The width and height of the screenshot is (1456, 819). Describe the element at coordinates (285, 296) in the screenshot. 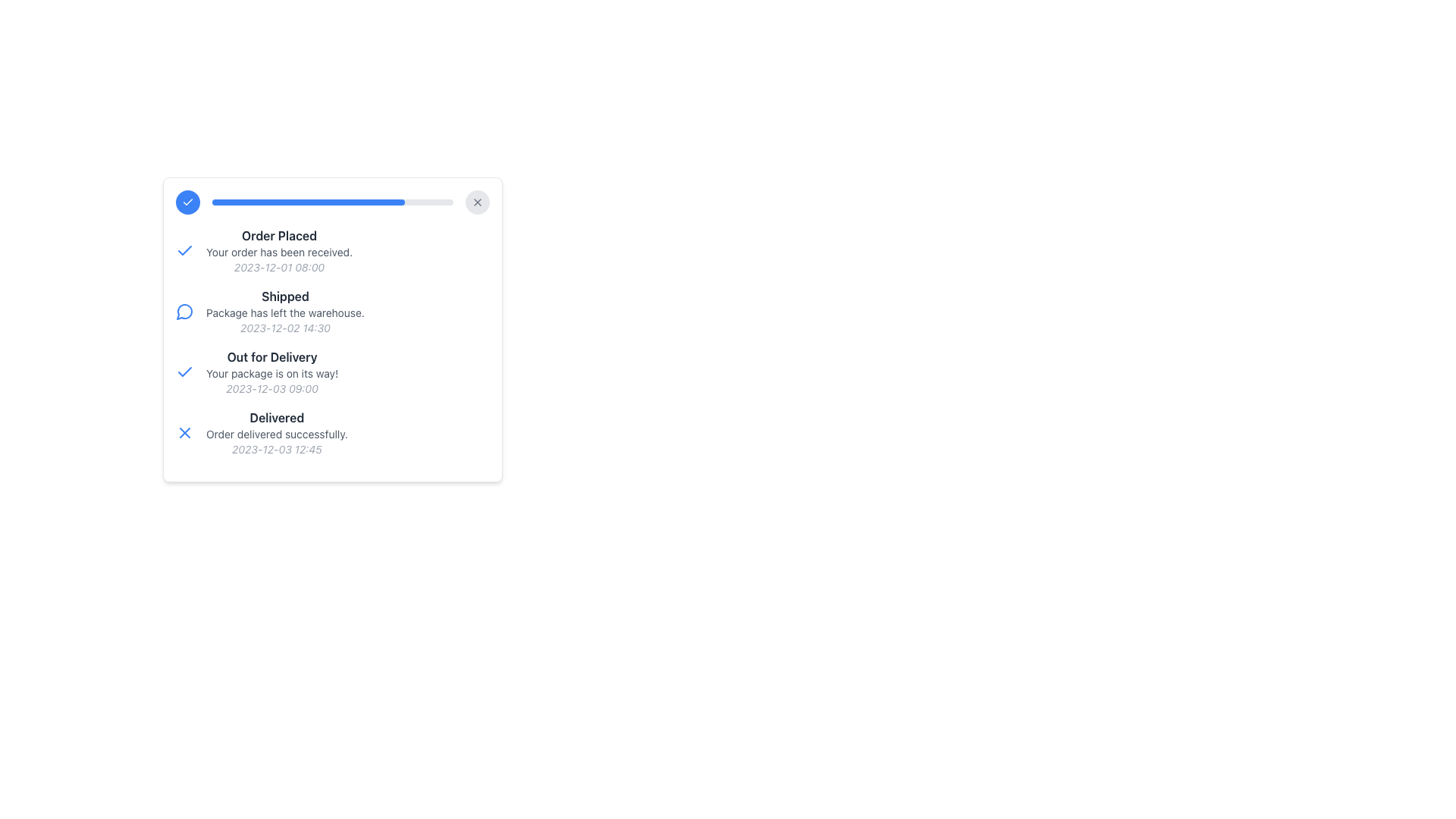

I see `text from the status indicator label that shows the package has been shipped, located below 'Order Placed' and above 'Out for Delivery'` at that location.